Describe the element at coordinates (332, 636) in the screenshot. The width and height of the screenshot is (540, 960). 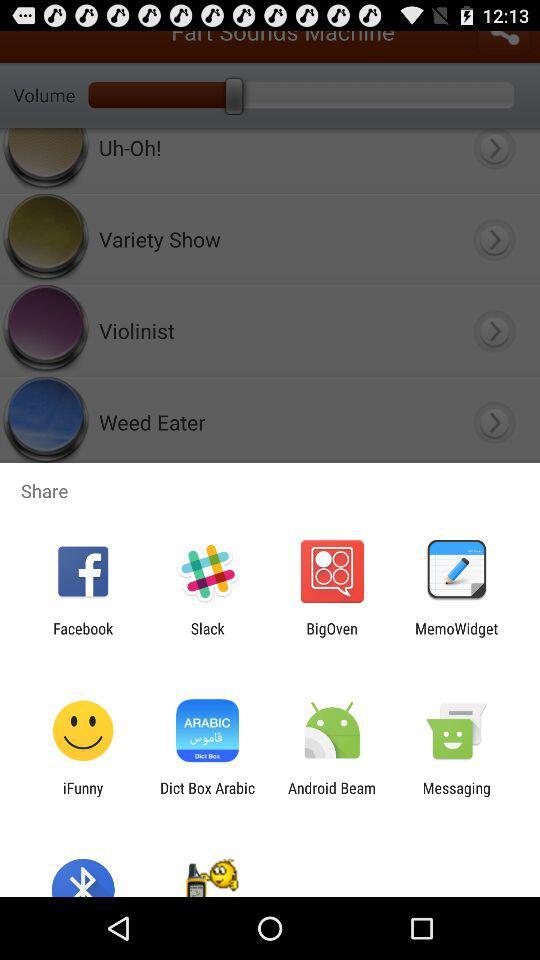
I see `item next to the memowidget app` at that location.